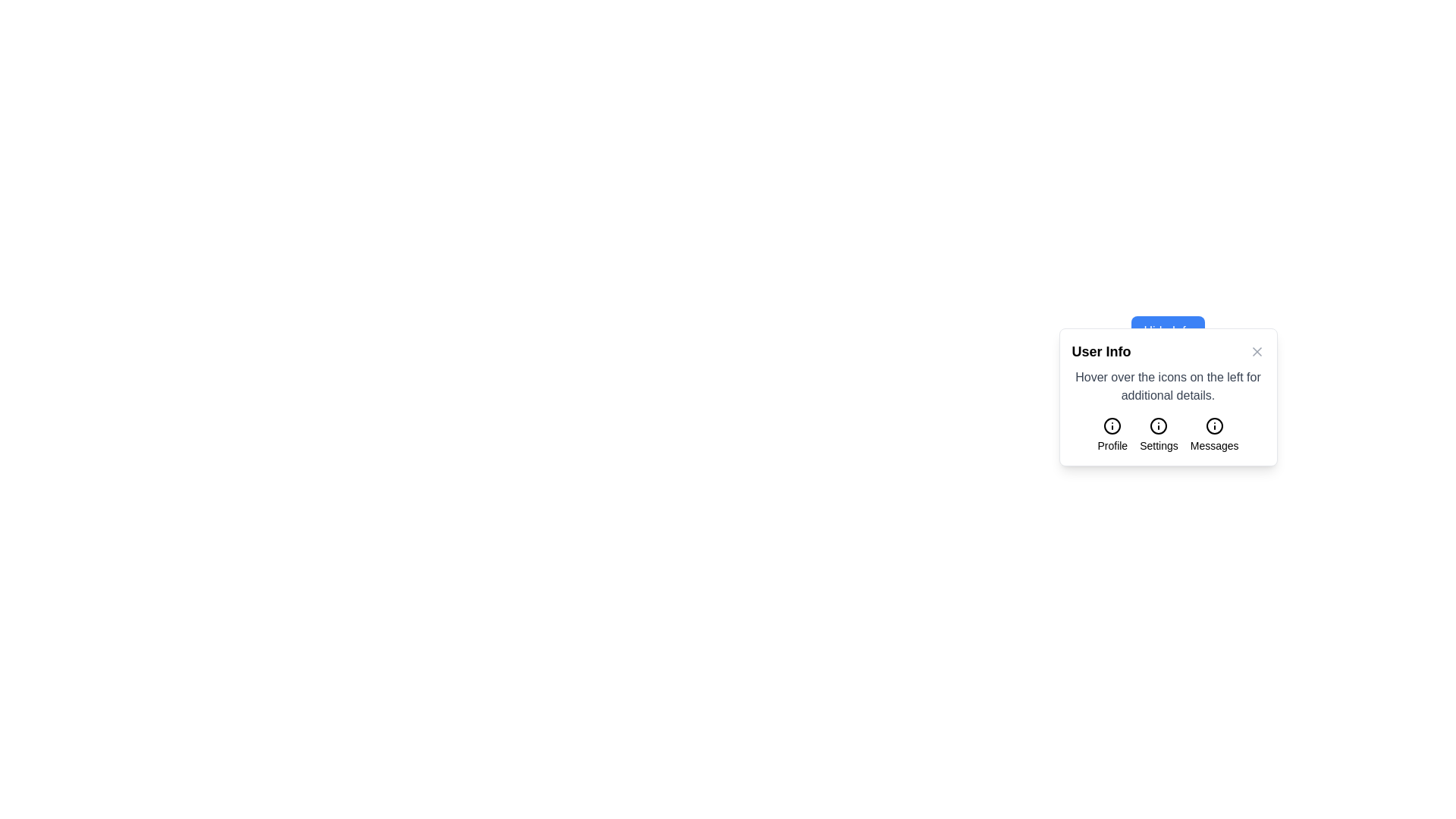 The width and height of the screenshot is (1456, 819). I want to click on the 'Profile' navigation item, which is the first element in a horizontal group of three items including 'Profile', 'Settings', and 'Messages', so click(1112, 435).